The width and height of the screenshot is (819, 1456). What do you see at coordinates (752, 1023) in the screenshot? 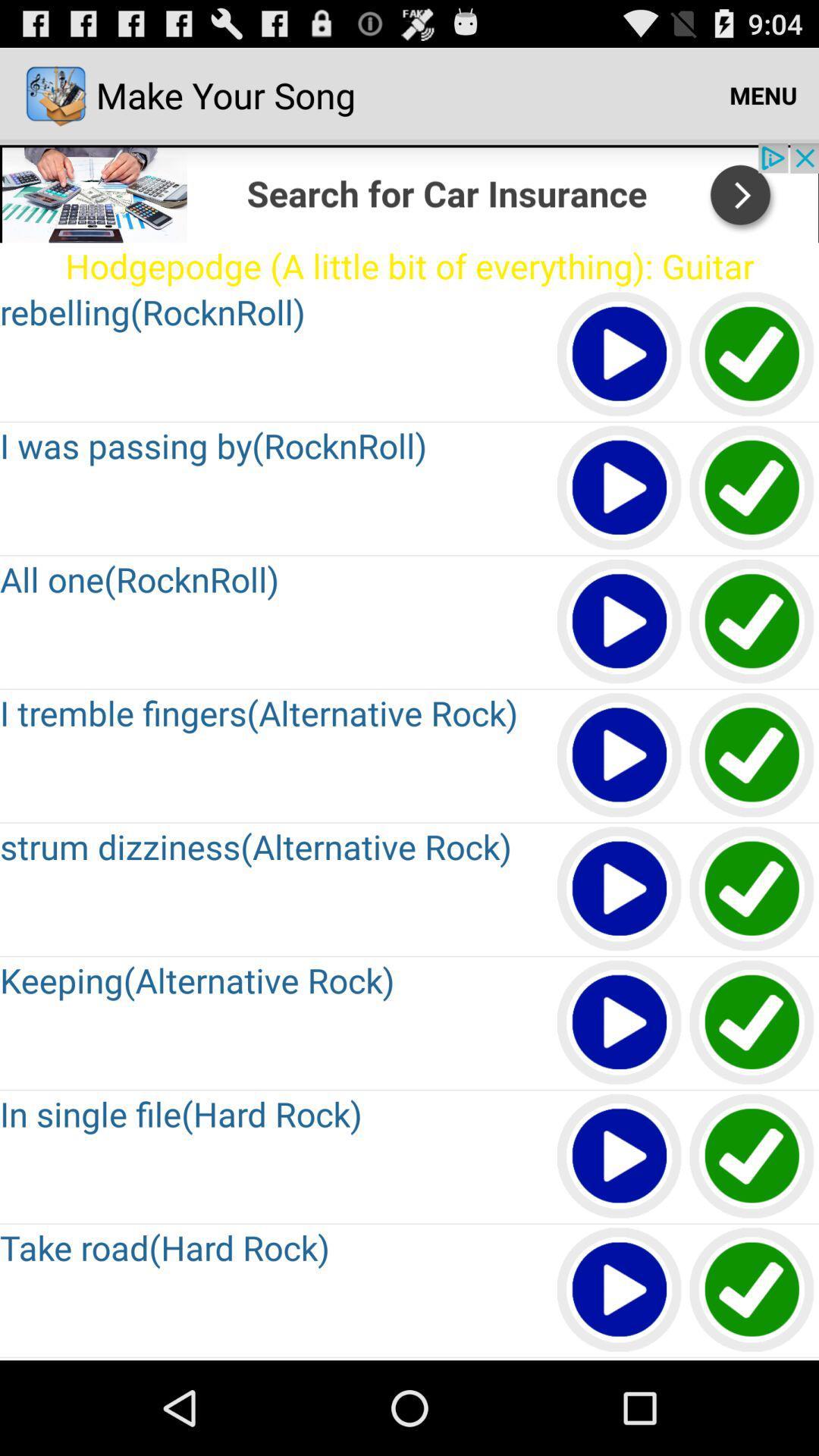
I see `keeping option checked` at bounding box center [752, 1023].